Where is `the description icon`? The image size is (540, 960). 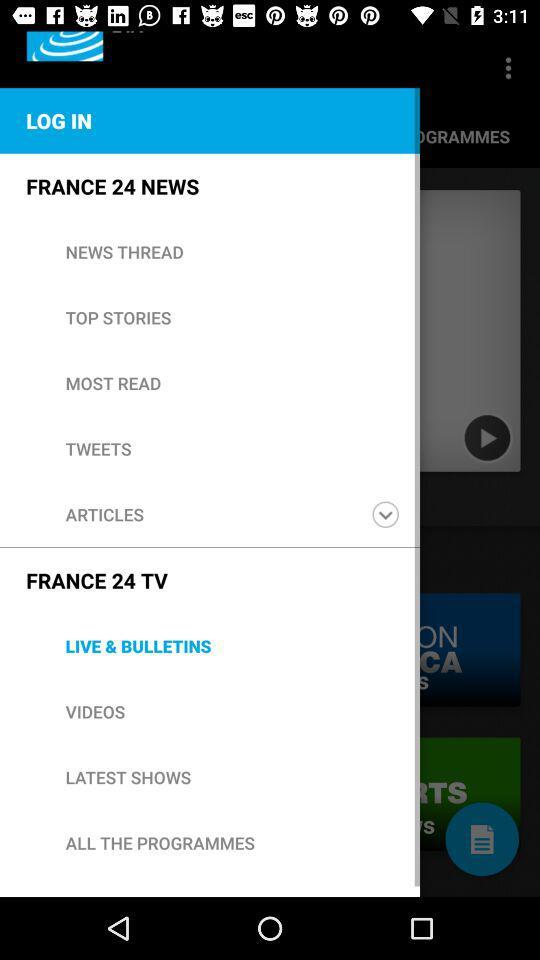 the description icon is located at coordinates (481, 839).